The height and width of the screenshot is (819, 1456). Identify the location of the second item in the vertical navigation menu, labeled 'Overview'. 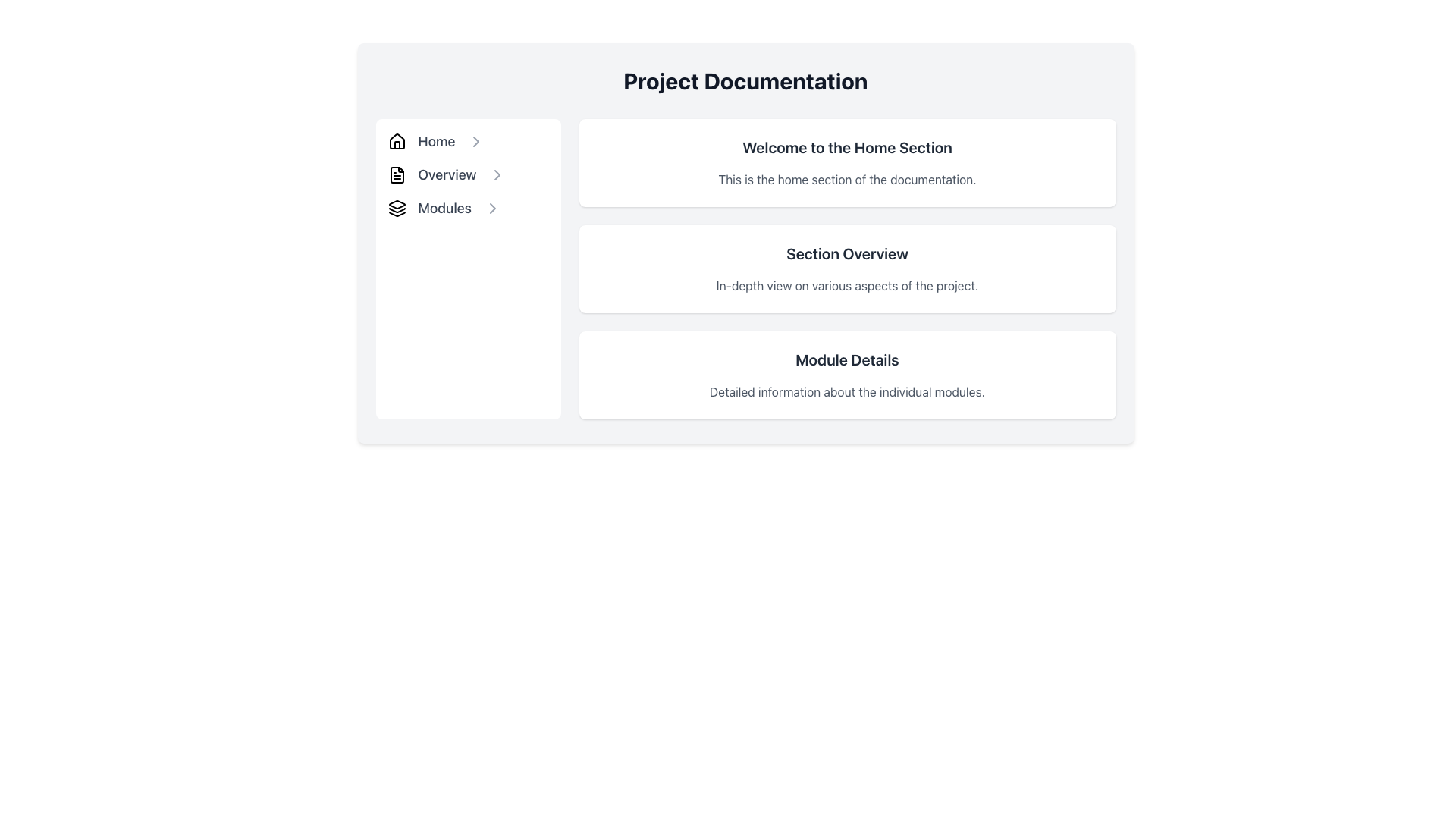
(467, 174).